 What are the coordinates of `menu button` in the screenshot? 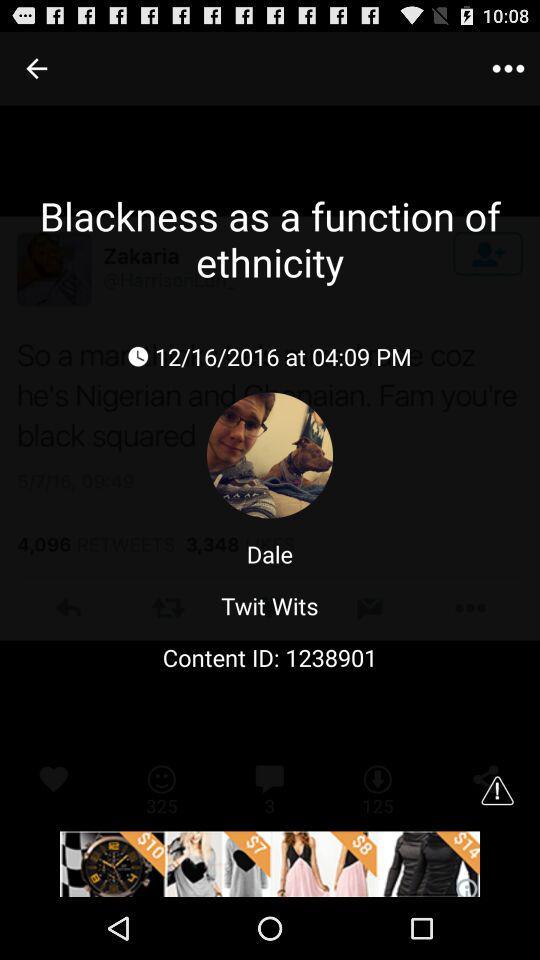 It's located at (508, 68).